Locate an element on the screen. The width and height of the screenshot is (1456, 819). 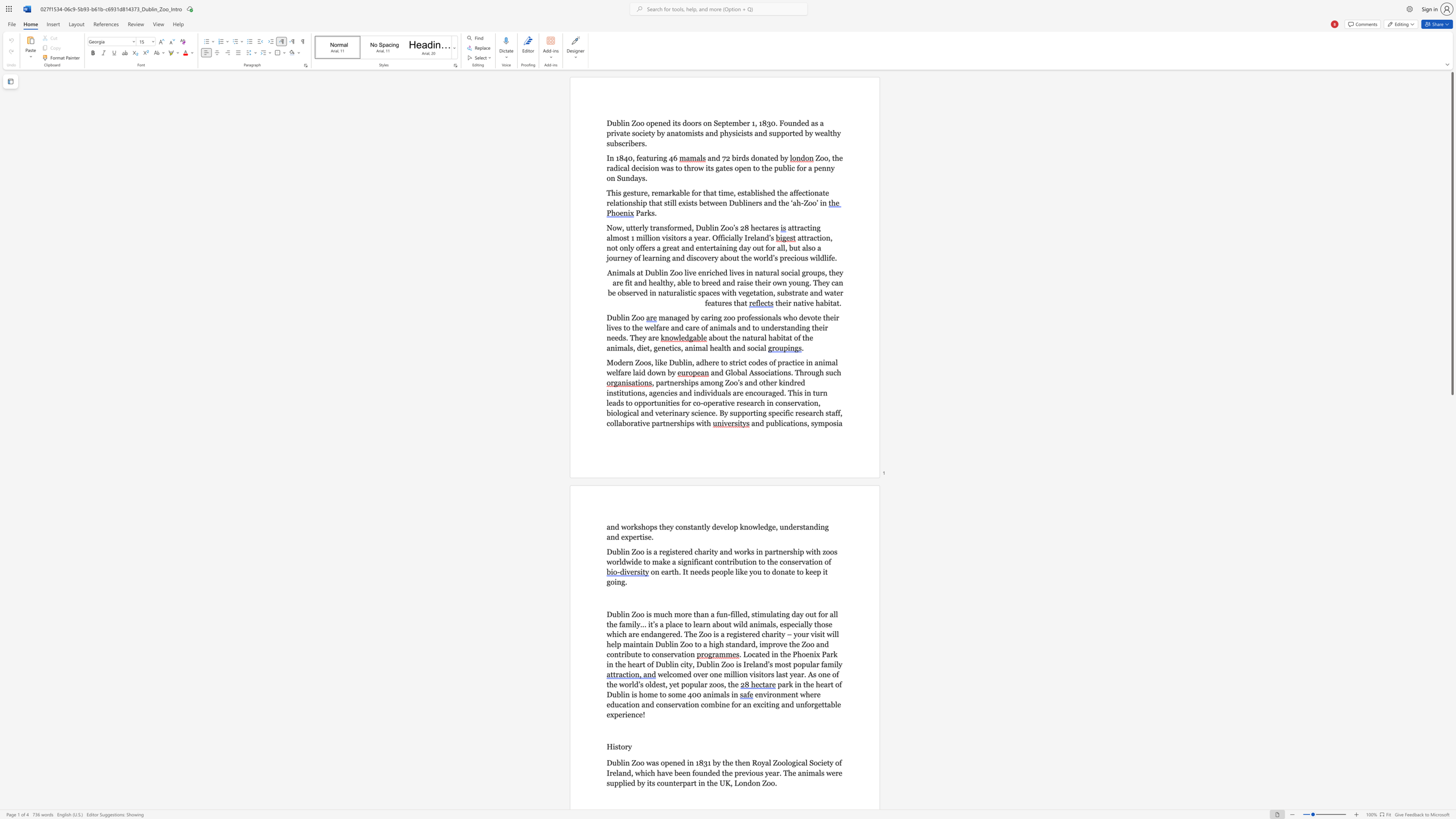
the 2th character "n" in the text is located at coordinates (746, 673).